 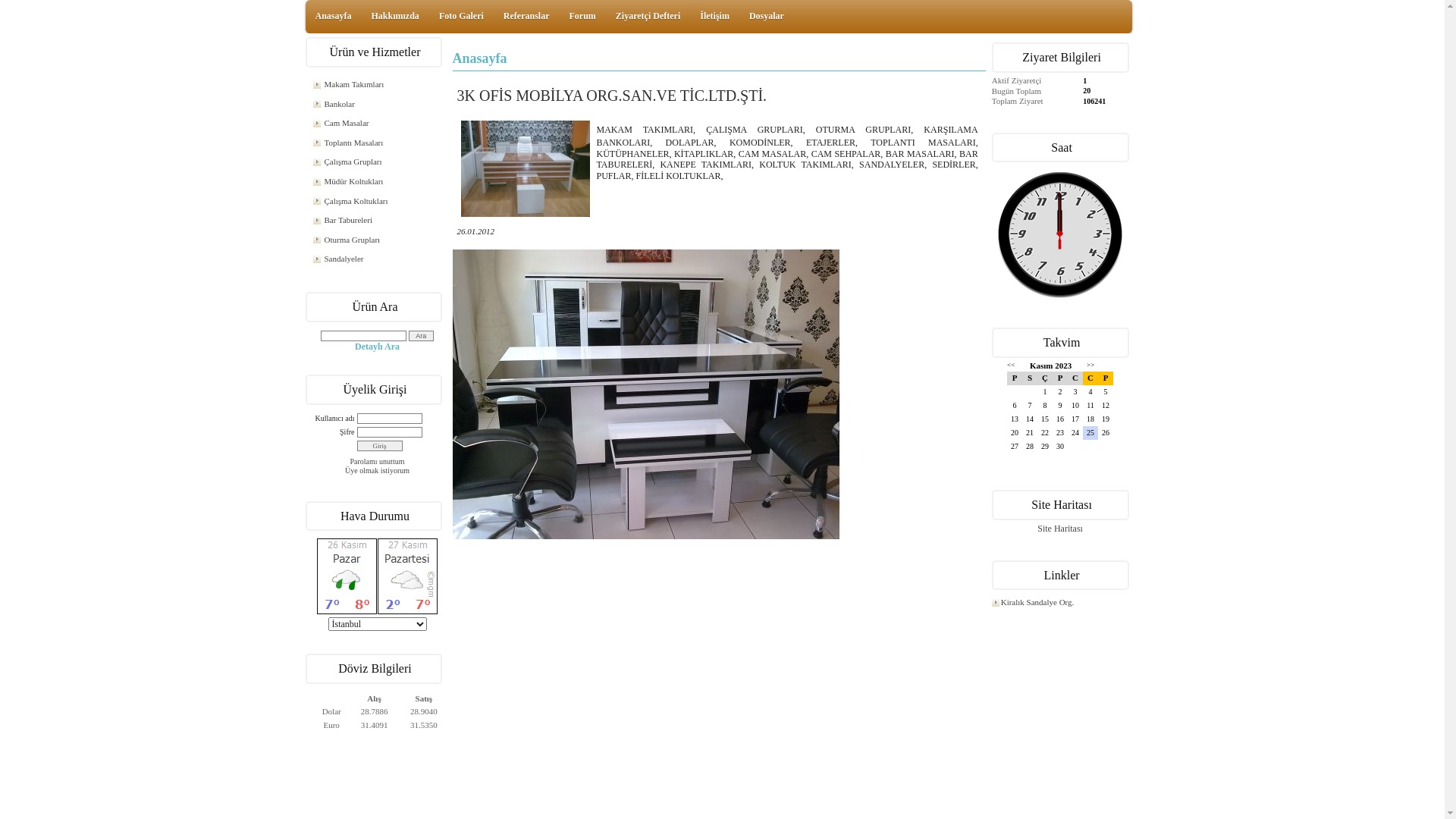 What do you see at coordinates (1106, 432) in the screenshot?
I see `'26'` at bounding box center [1106, 432].